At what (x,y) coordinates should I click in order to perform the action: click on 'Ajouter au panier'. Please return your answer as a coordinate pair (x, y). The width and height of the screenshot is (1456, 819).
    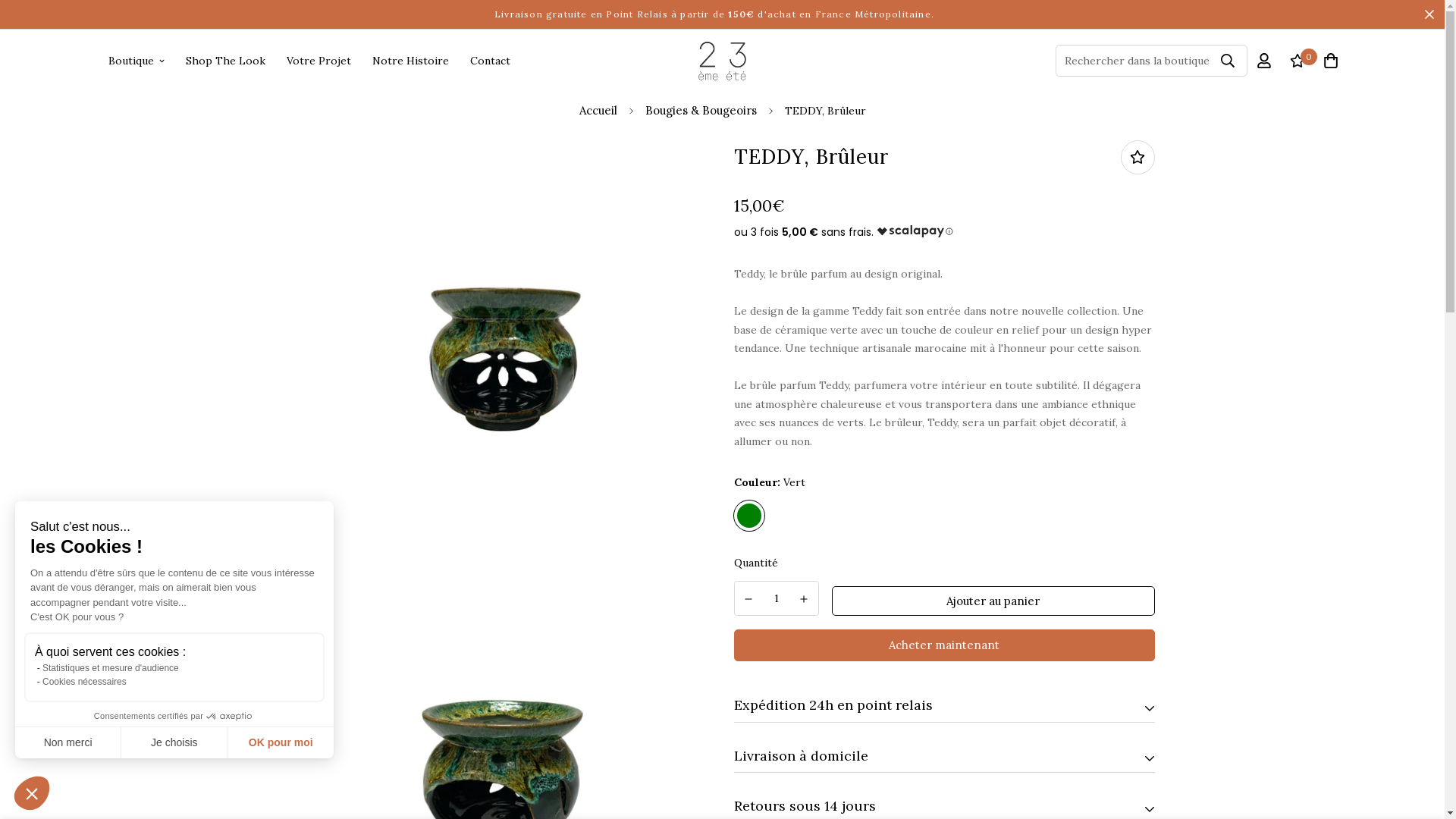
    Looking at the image, I should click on (993, 601).